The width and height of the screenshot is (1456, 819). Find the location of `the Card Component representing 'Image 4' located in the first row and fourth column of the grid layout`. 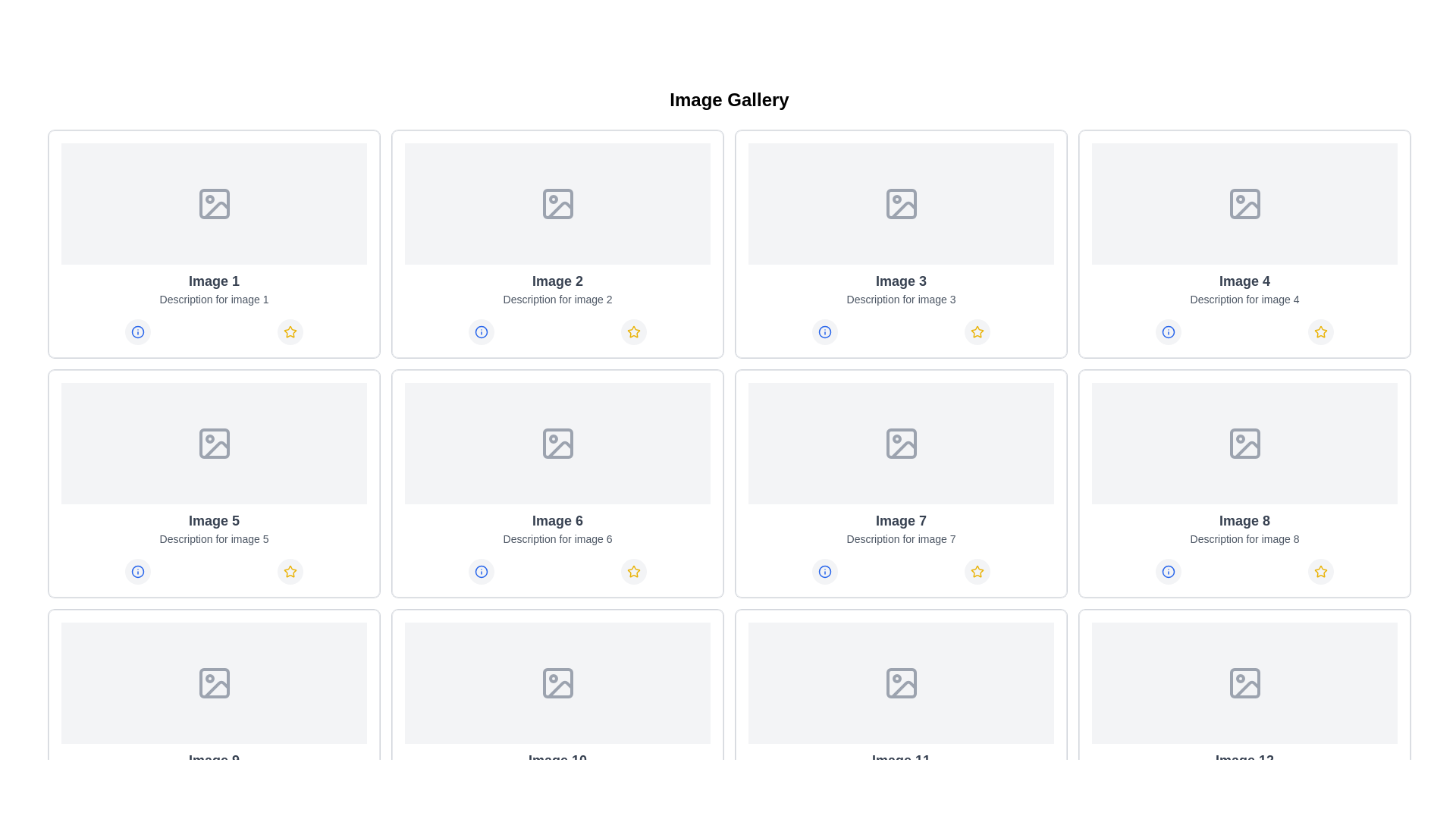

the Card Component representing 'Image 4' located in the first row and fourth column of the grid layout is located at coordinates (1244, 243).